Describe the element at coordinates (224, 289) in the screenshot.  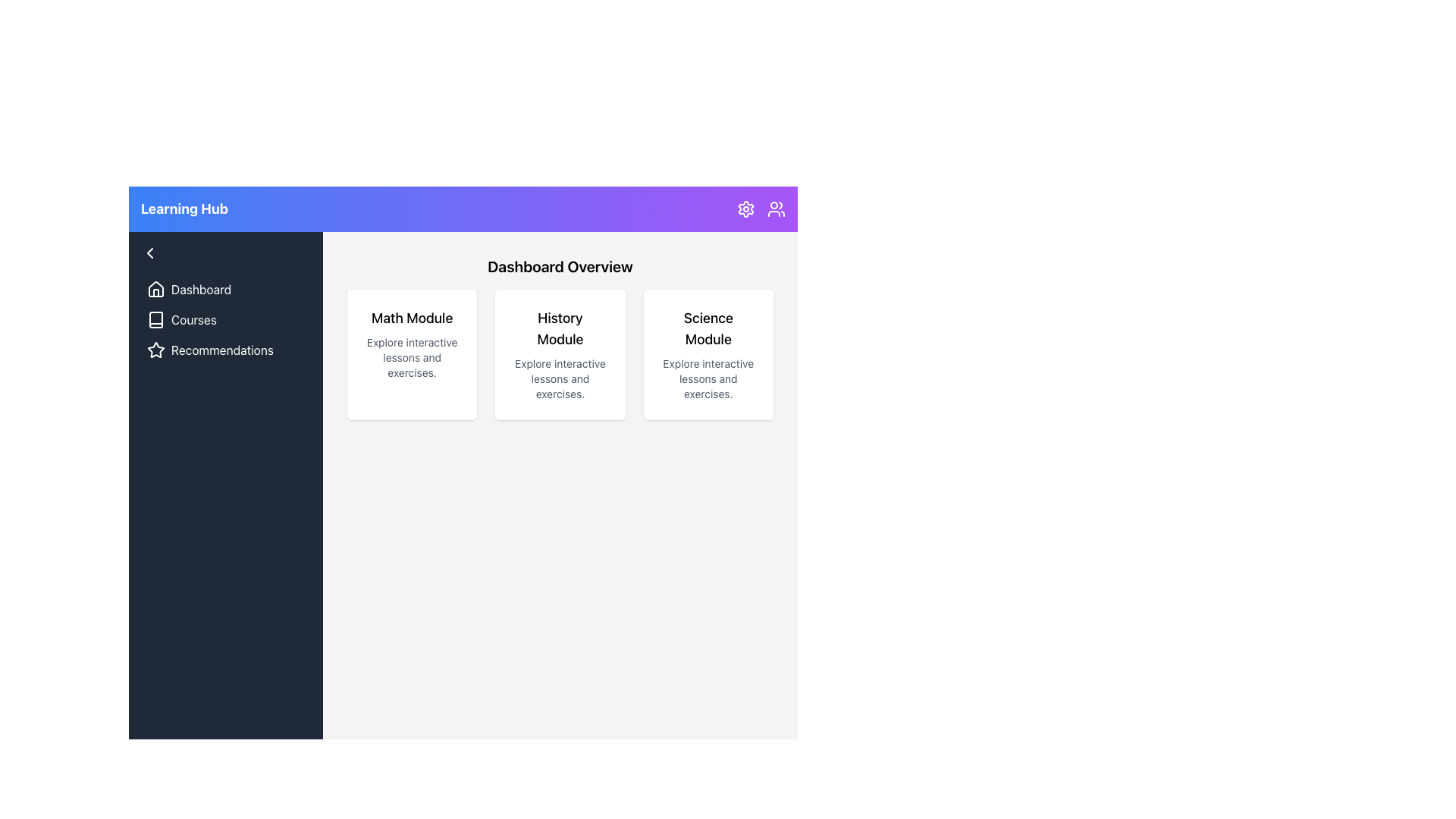
I see `the topmost button in the sidebar that navigates to the dashboard section of the application` at that location.